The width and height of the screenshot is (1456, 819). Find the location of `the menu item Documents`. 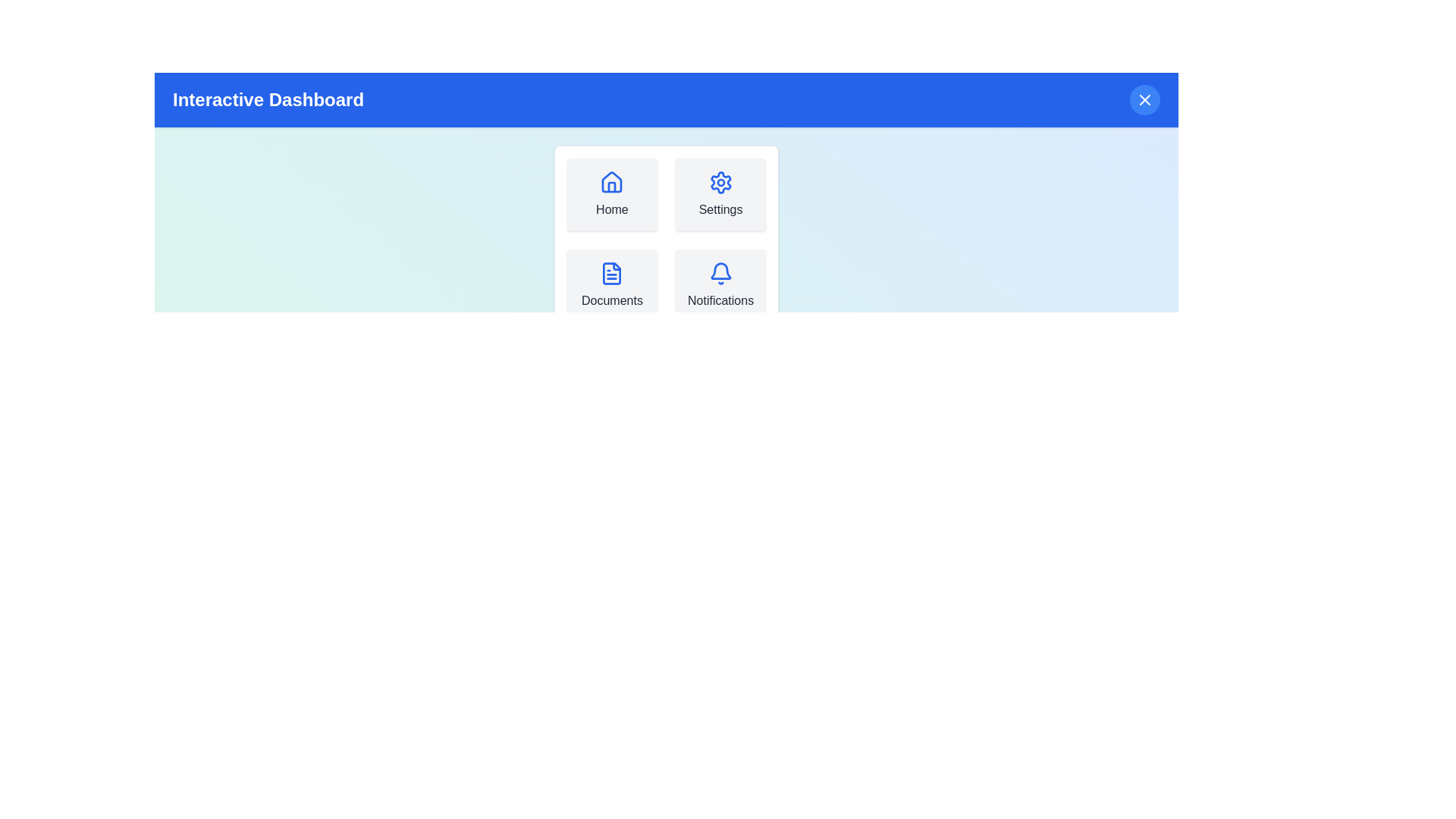

the menu item Documents is located at coordinates (611, 286).